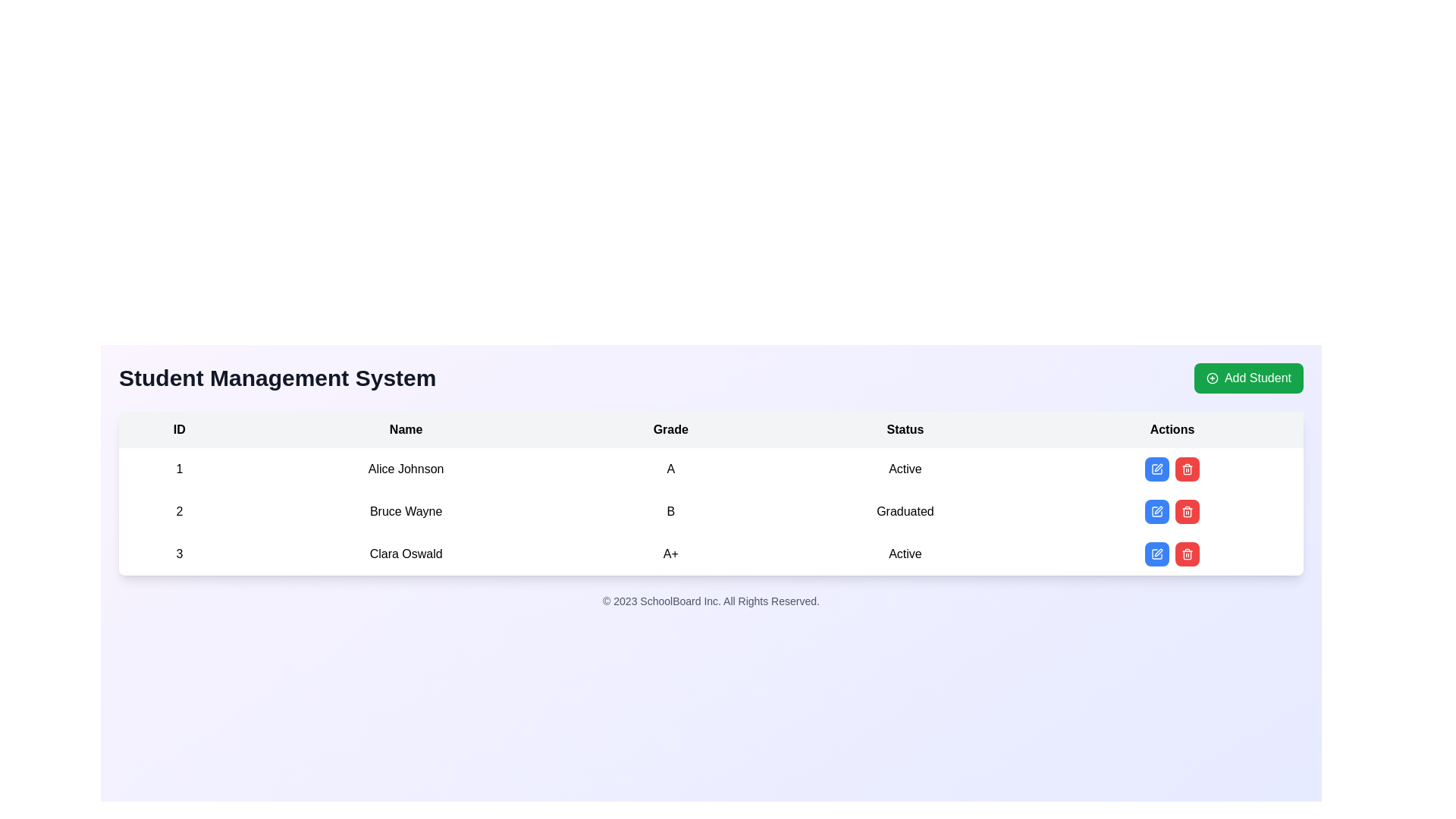  What do you see at coordinates (1156, 512) in the screenshot?
I see `the edit icon (square with pen overlay) in the 'Actions' column corresponding to 'Bruce Wayne'` at bounding box center [1156, 512].